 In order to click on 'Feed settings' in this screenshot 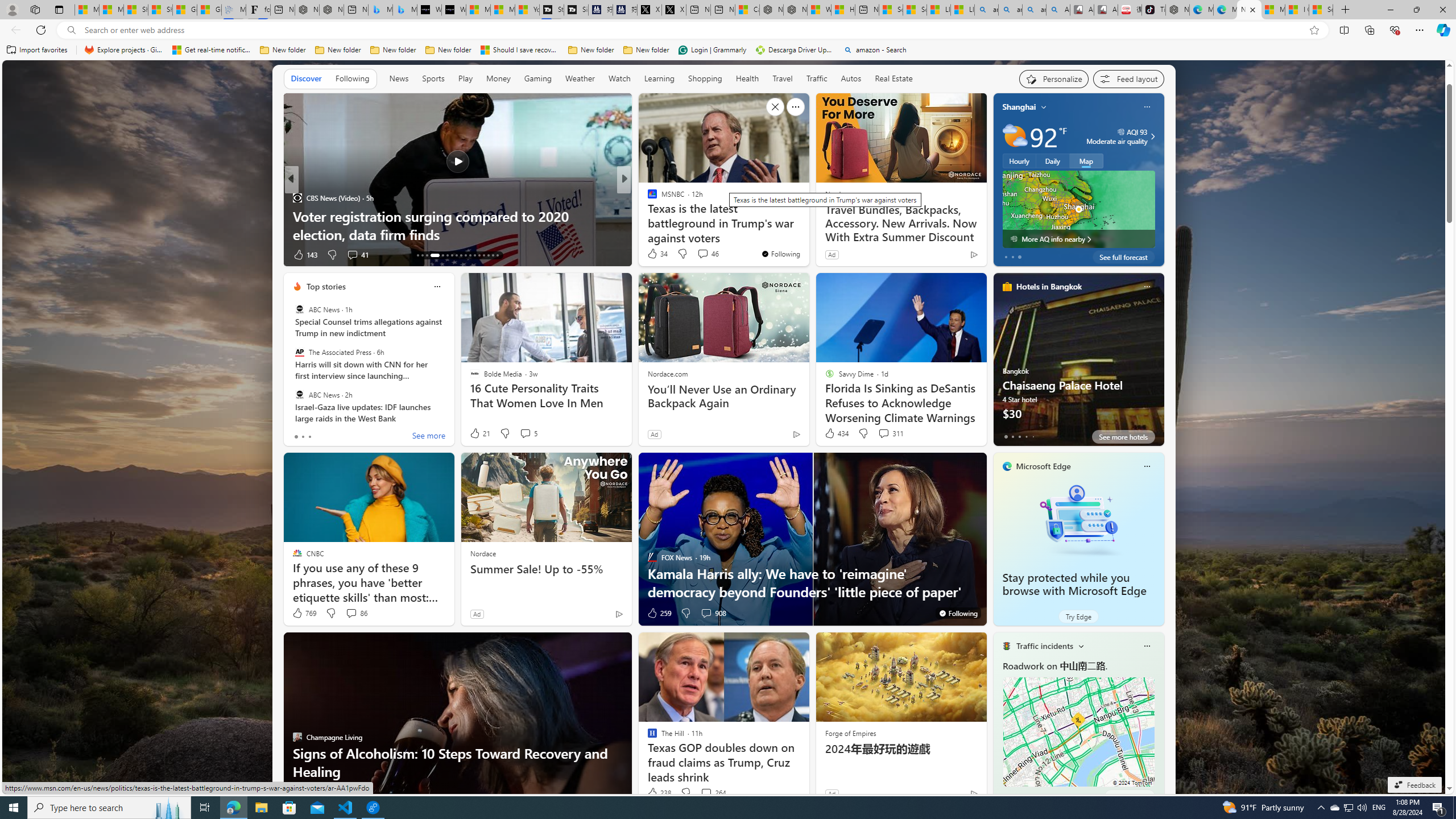, I will do `click(1128, 78)`.